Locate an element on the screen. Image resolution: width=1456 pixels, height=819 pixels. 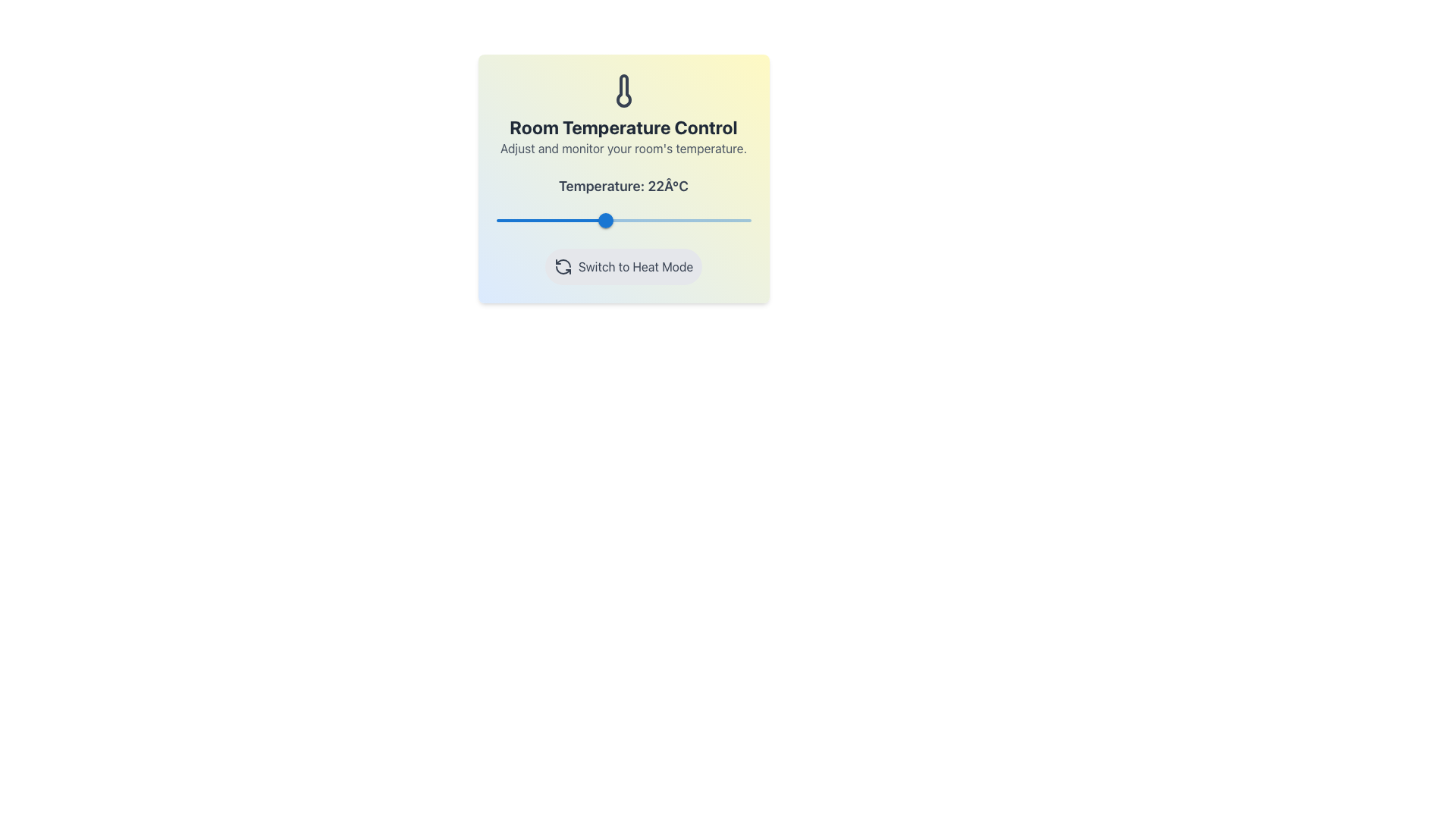
the temperature is located at coordinates (559, 220).